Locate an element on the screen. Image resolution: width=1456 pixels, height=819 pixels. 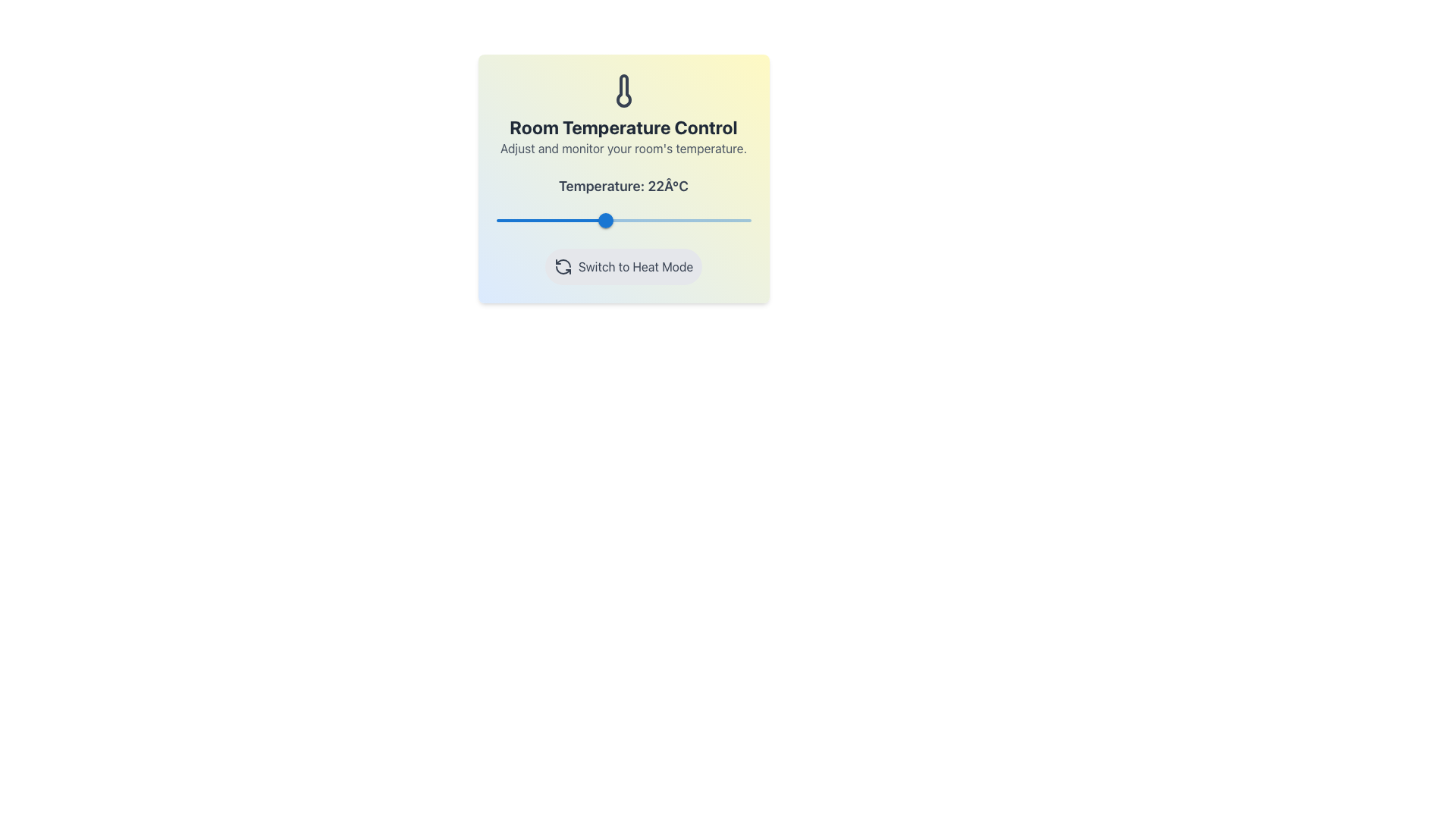
the temperature is located at coordinates (559, 220).